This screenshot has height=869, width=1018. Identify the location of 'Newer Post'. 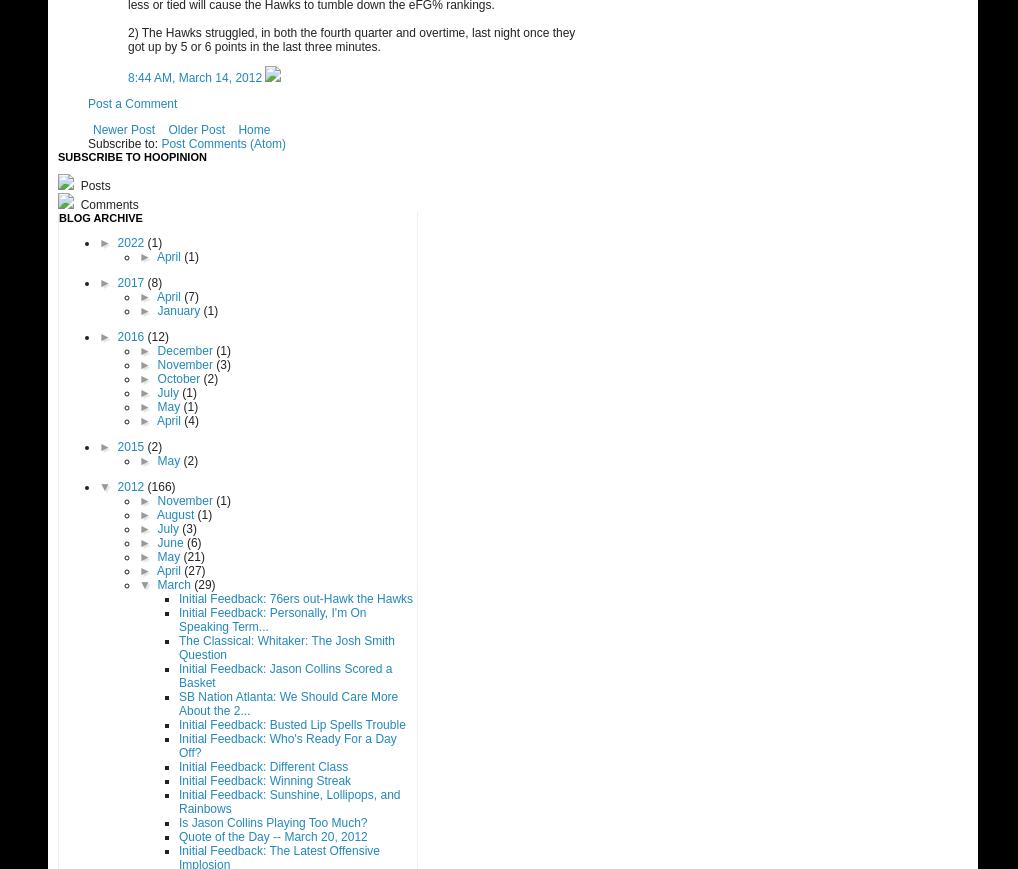
(122, 129).